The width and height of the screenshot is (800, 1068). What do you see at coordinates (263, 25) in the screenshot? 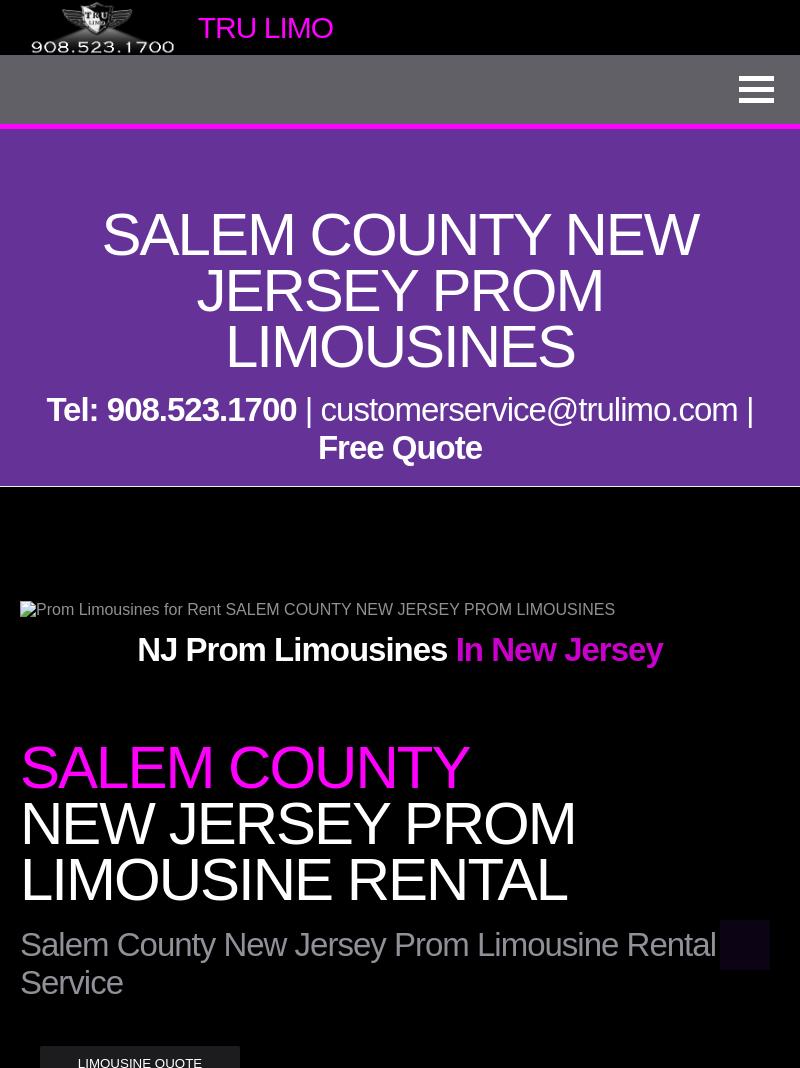
I see `'TRU LIMO'` at bounding box center [263, 25].